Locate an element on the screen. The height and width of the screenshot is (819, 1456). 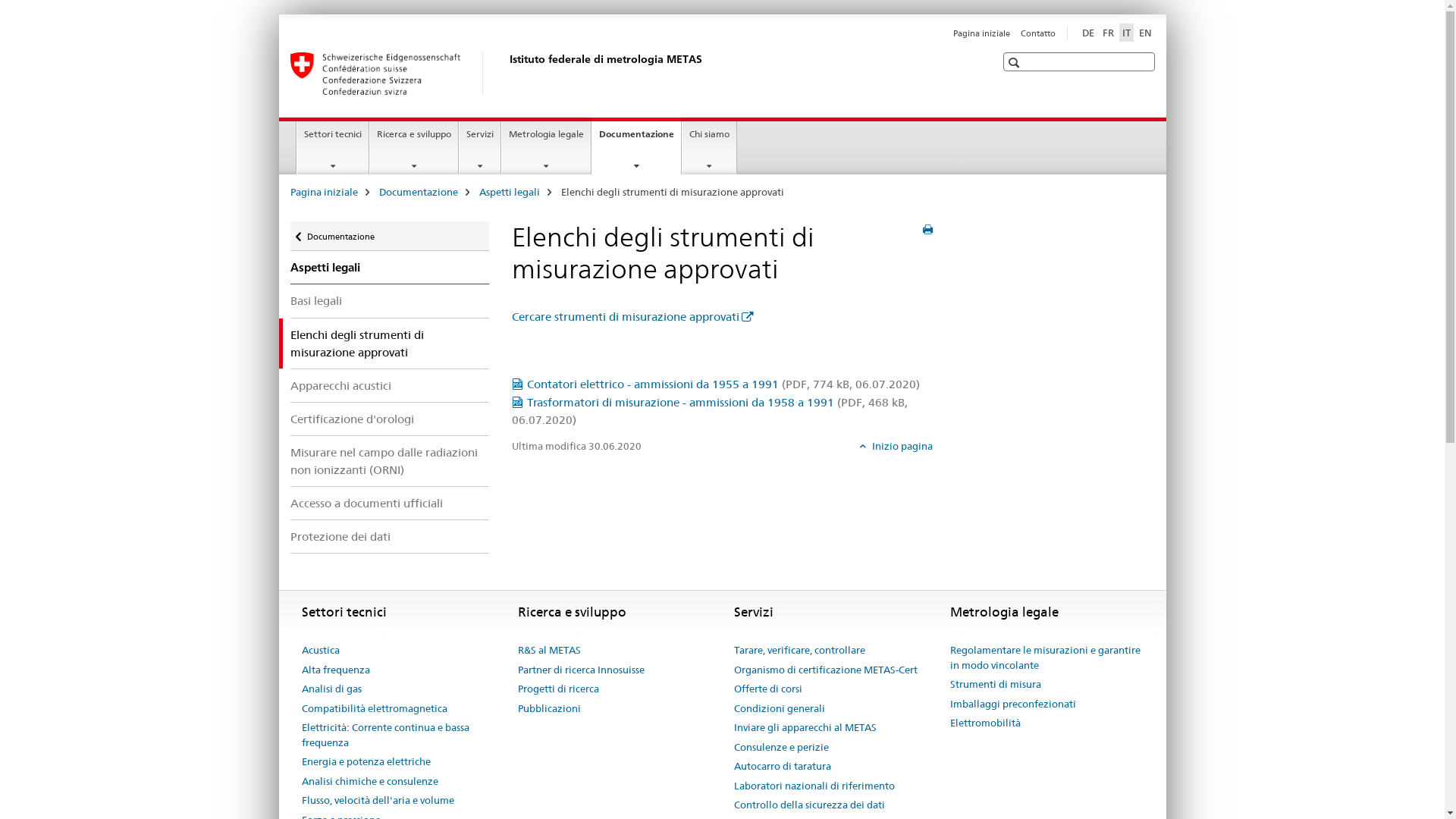
'Strumenti di misura' is located at coordinates (994, 684).